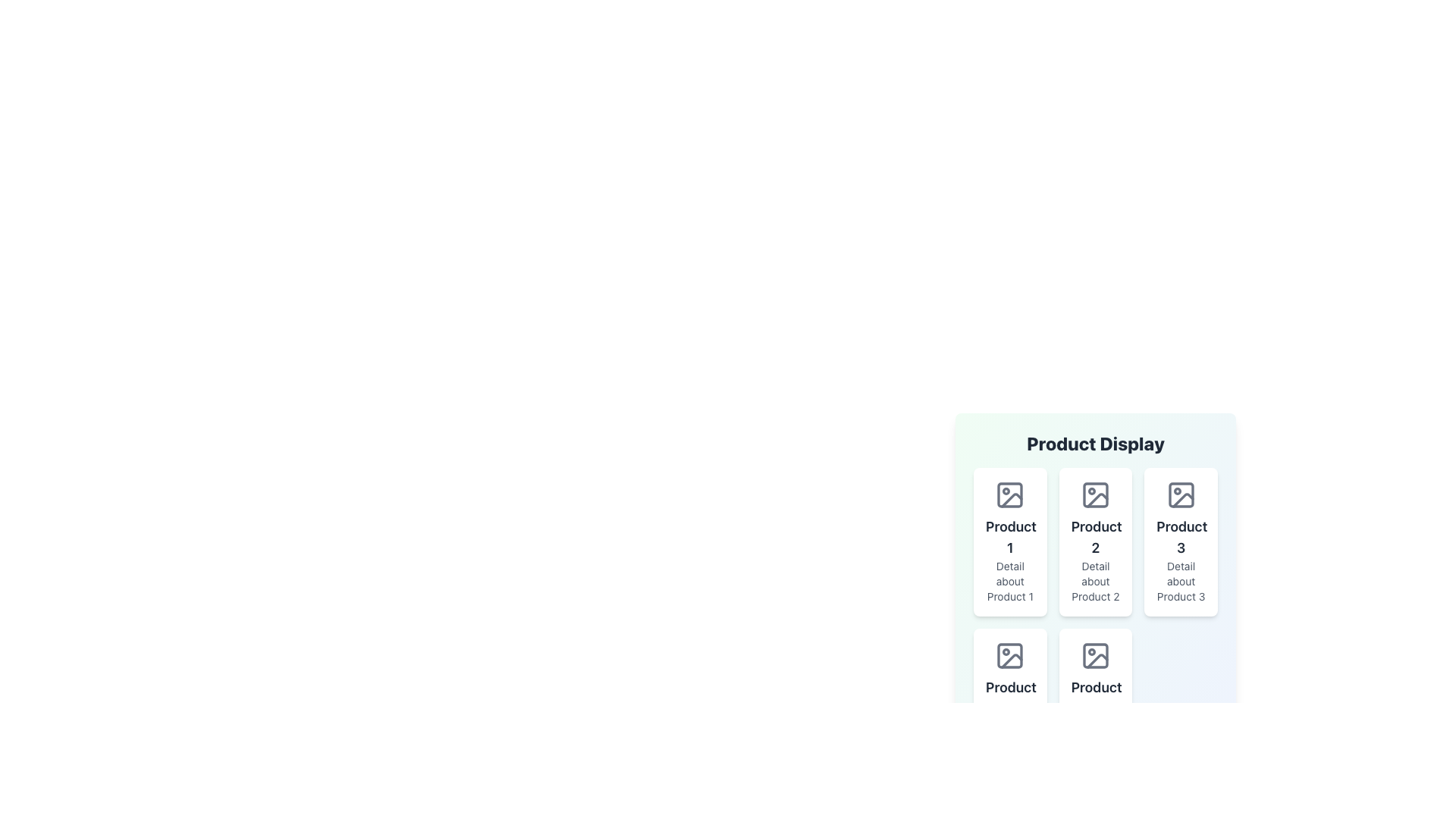 Image resolution: width=1456 pixels, height=819 pixels. What do you see at coordinates (1095, 494) in the screenshot?
I see `the image placeholder icon in the 'Product 2' section, which is located above the text 'Product 2' and 'Detail about Product 2'` at bounding box center [1095, 494].